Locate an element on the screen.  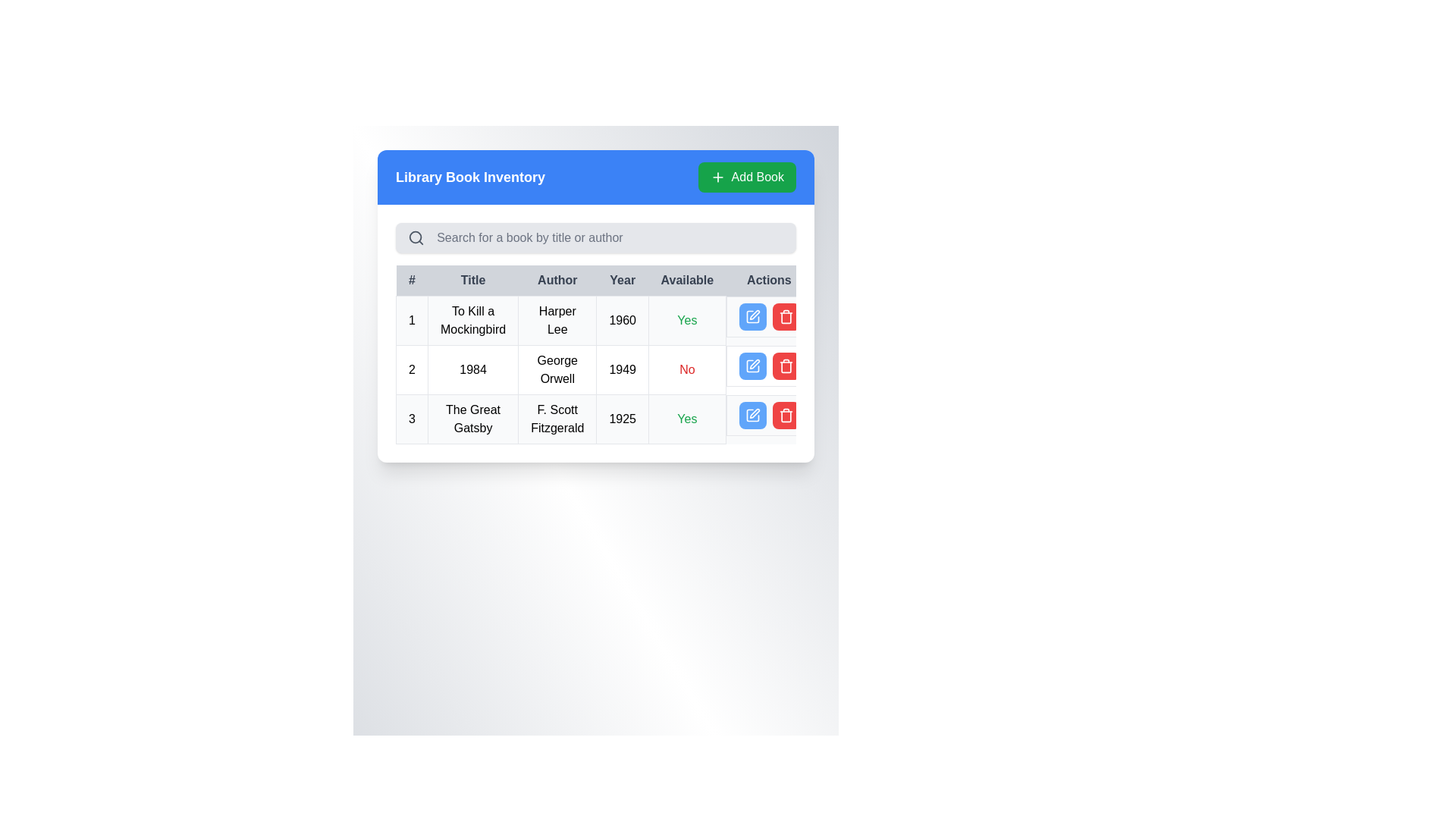
the circular element of the search icon, which is part of the search functionality adjacent to the search input box in the 'Library Book Inventory' interface is located at coordinates (416, 237).